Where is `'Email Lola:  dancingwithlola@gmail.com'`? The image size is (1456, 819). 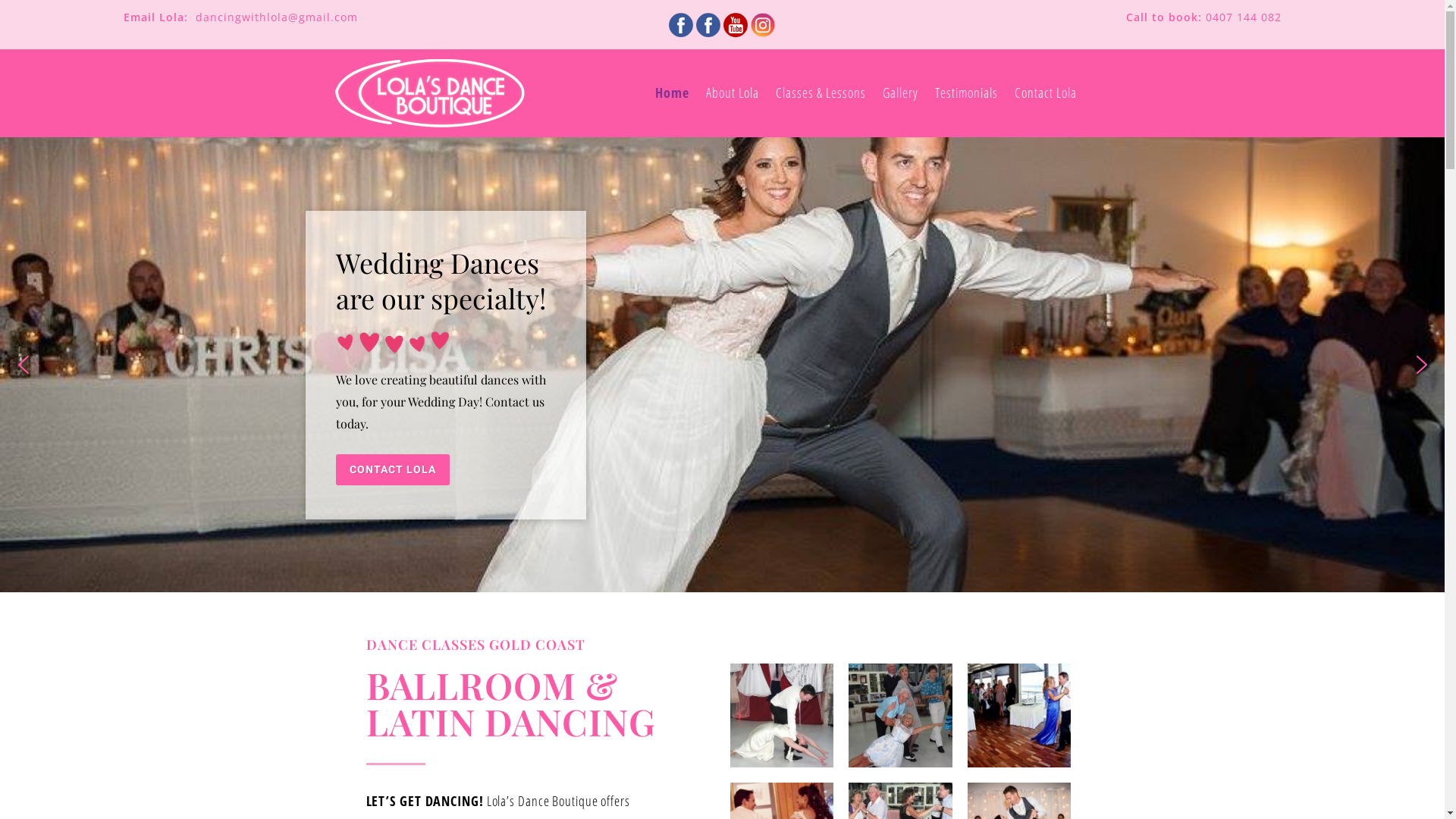
'Email Lola:  dancingwithlola@gmail.com' is located at coordinates (240, 17).